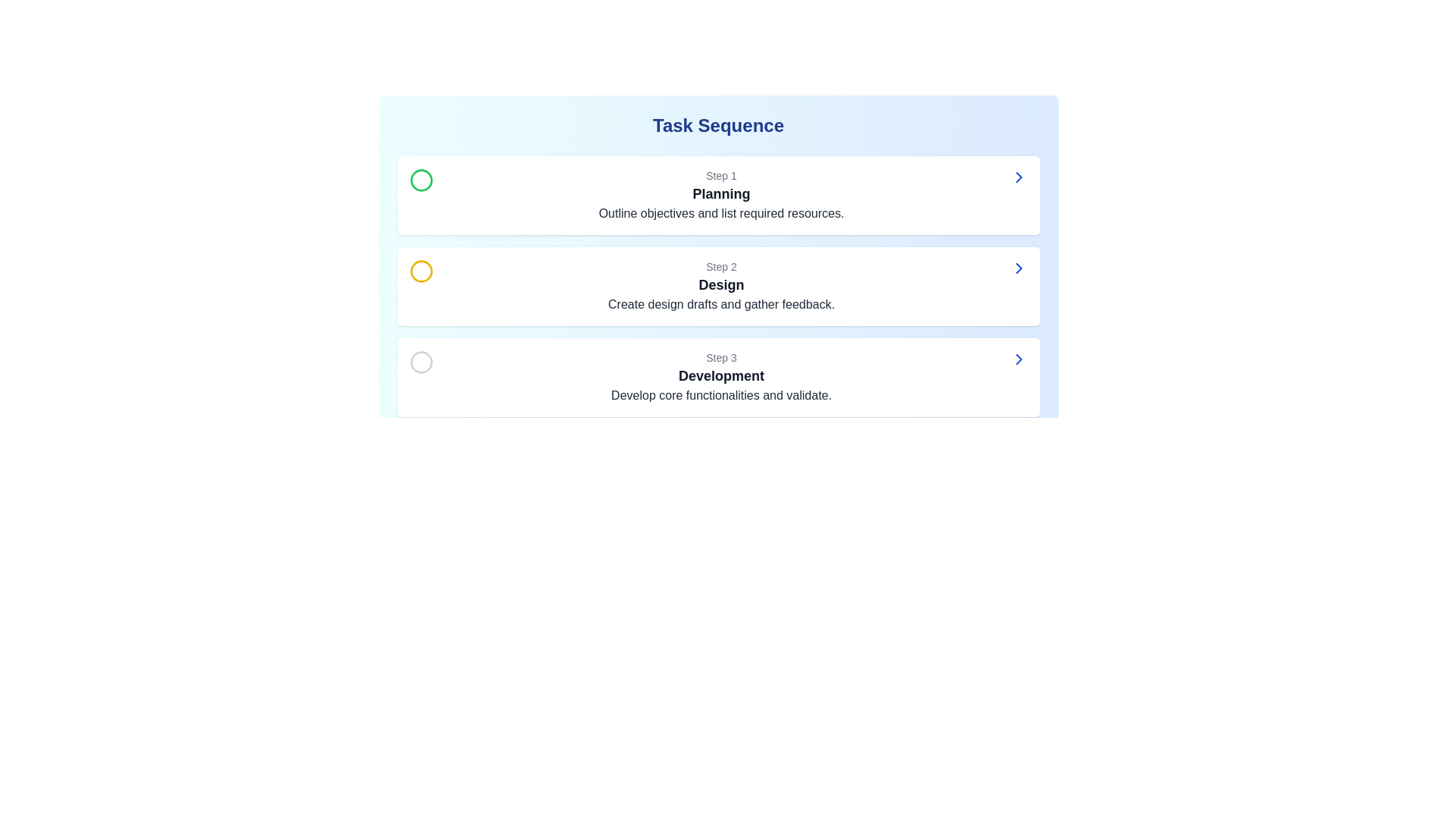  What do you see at coordinates (421, 271) in the screenshot?
I see `the circular icon marker with a yellow outline and white interior located in the second step labeled 'Design' in the process sequence component` at bounding box center [421, 271].